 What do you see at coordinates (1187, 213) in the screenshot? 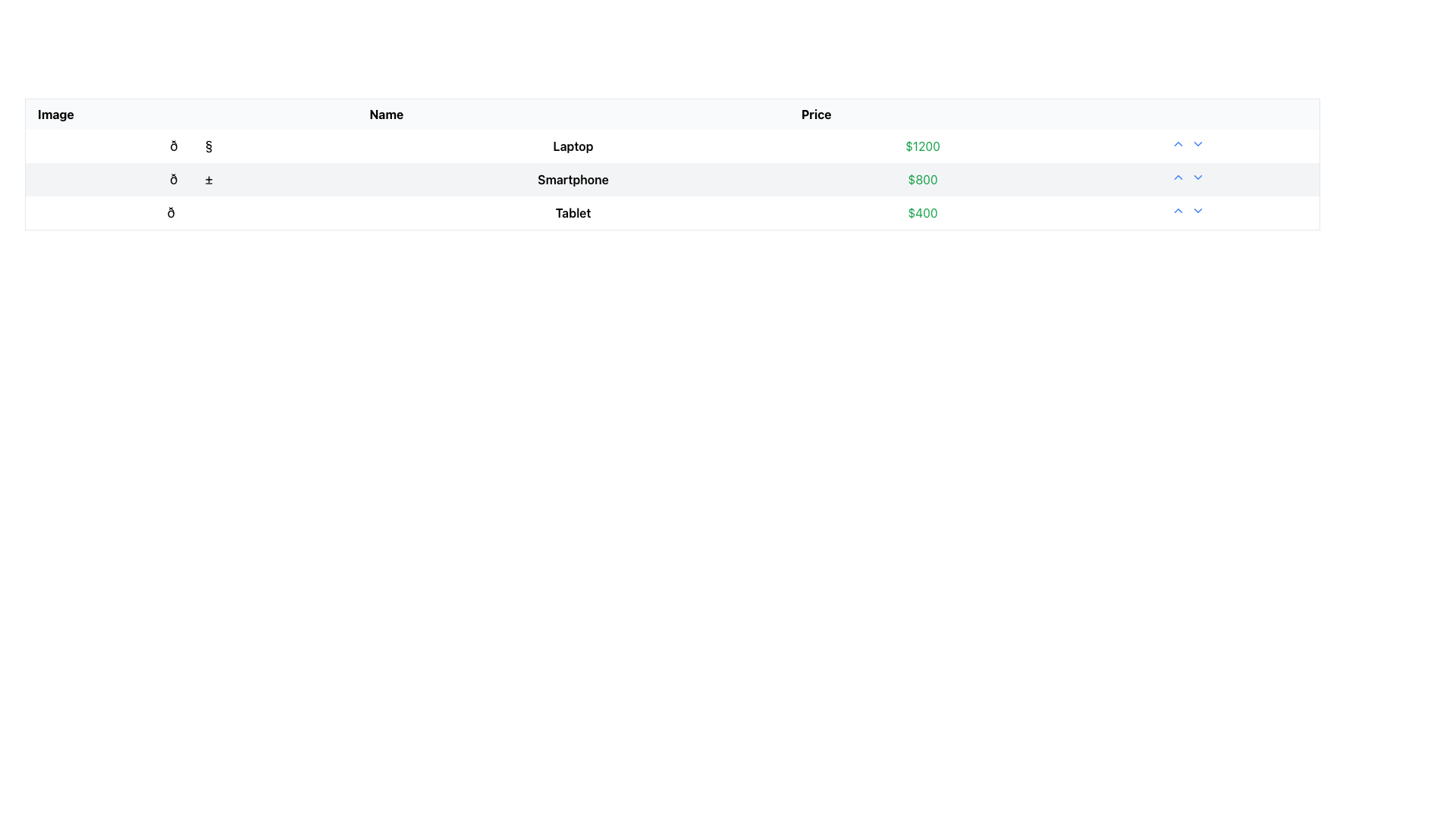
I see `the interactive button pair for ordering or prioritization located at the far-right end of the row corresponding to the 'Tablet' item, positioned to the right of the '$400' price value` at bounding box center [1187, 213].